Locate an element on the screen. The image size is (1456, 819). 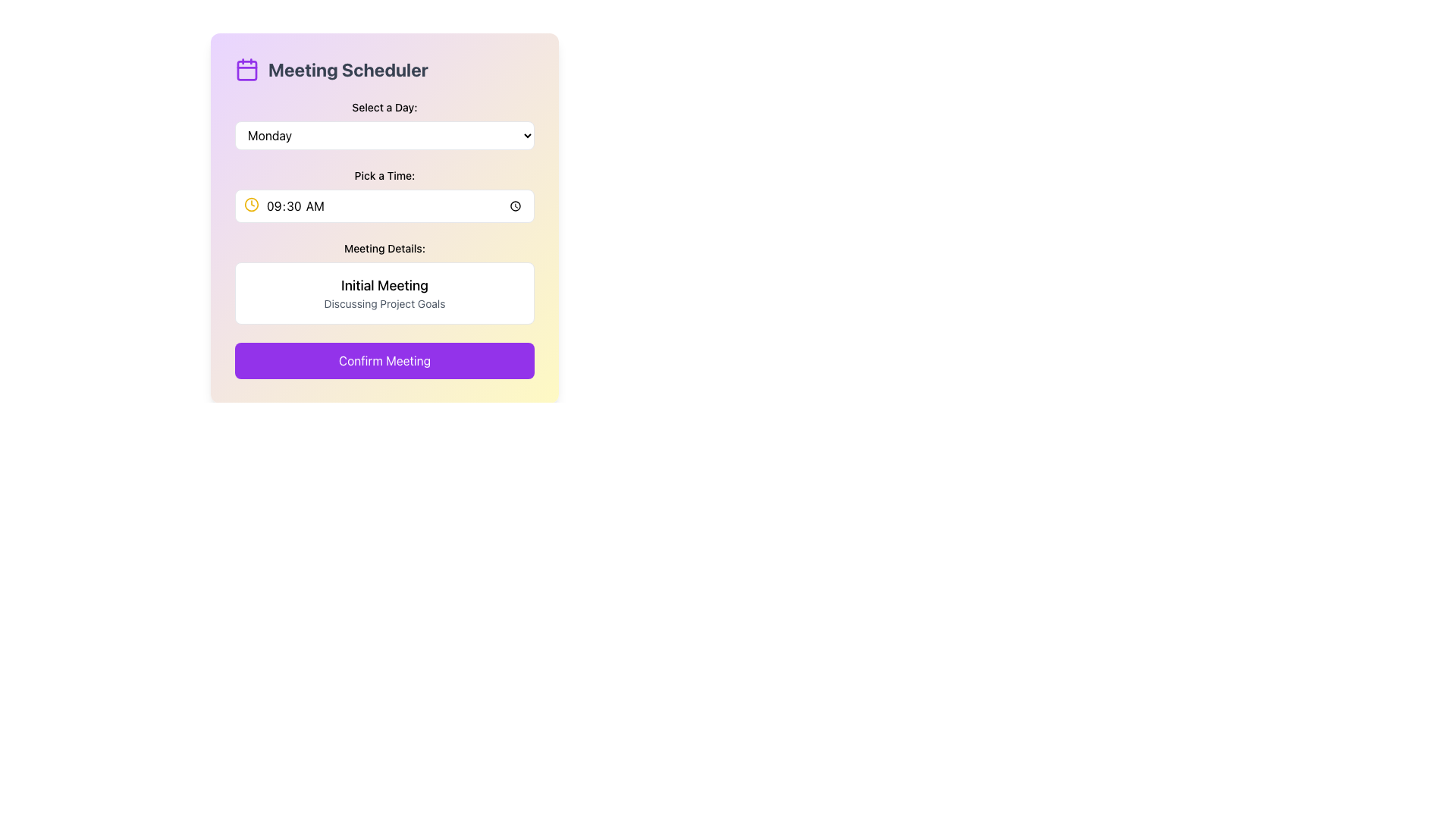
a day from the expanded options list in the dropdown menu labeled 'Select a Day:' positioned above the 'Pick a Time' section in the 'Meeting Scheduler' interface is located at coordinates (384, 124).